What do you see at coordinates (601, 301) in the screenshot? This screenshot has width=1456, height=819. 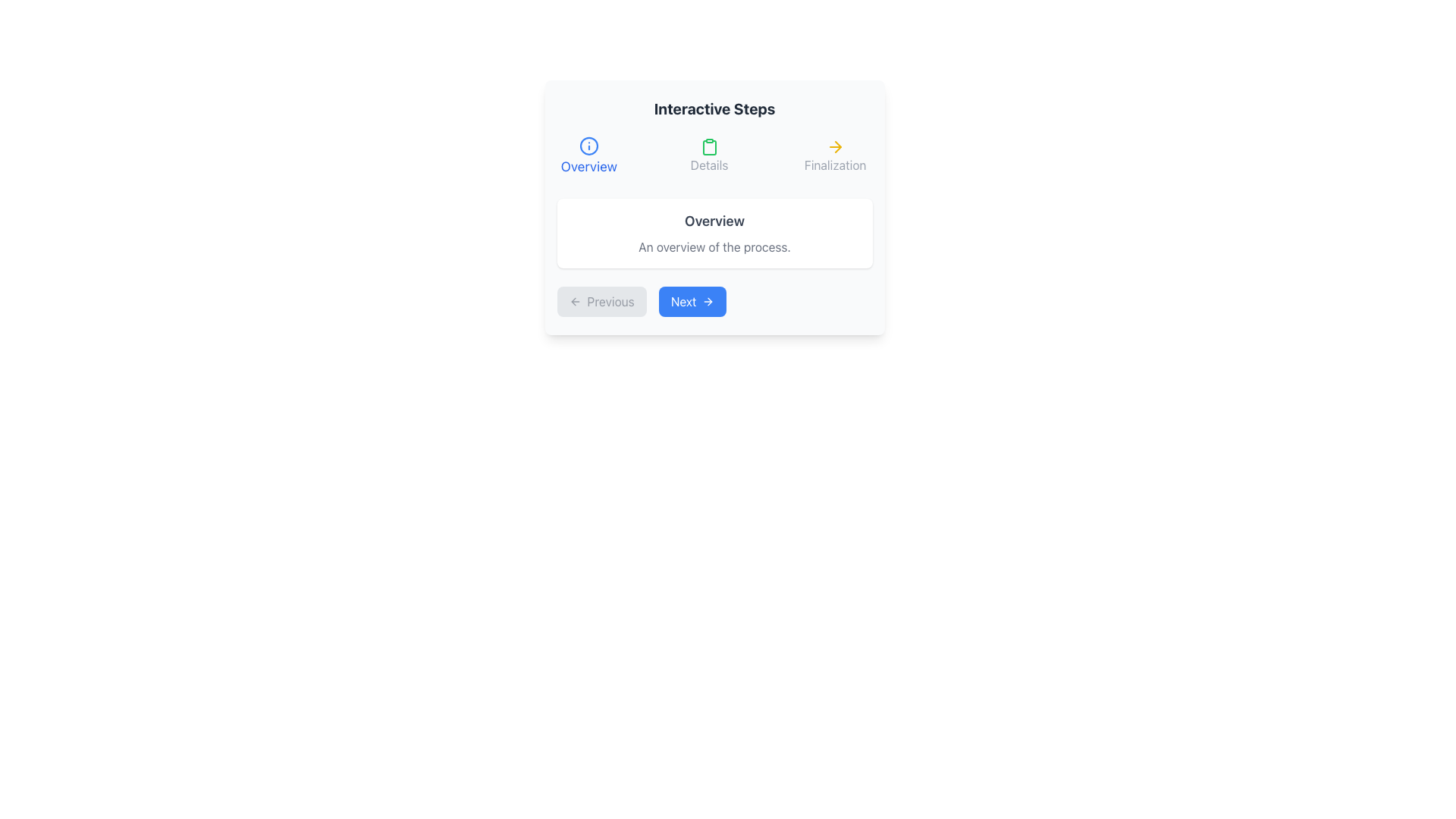 I see `the 'Previous' button, which is a rectangular button with a rounded border and gray background, located at the bottom-left of the central interactive panel` at bounding box center [601, 301].